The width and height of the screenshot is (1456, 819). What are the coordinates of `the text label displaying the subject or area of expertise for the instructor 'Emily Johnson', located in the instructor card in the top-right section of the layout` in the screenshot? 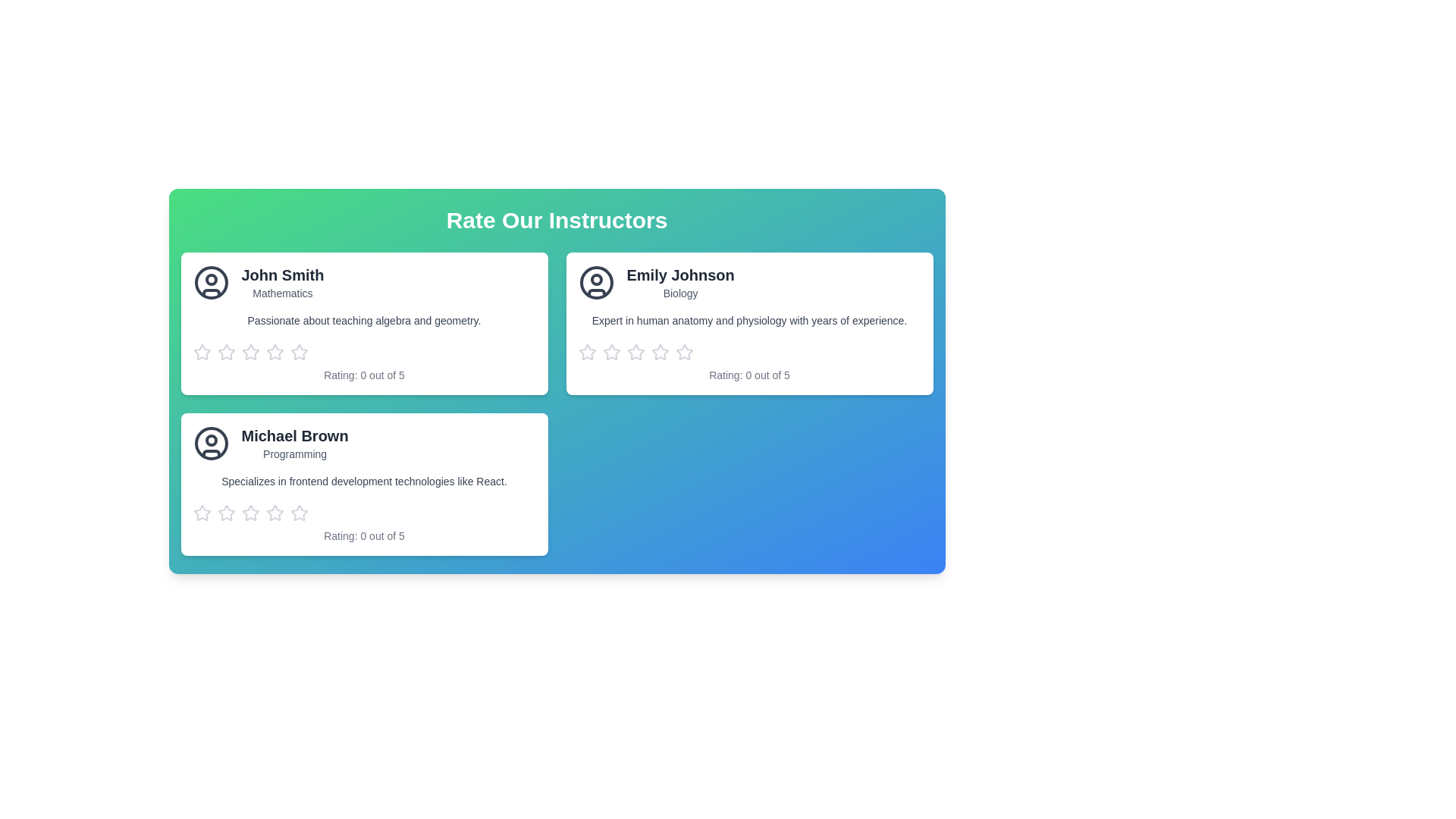 It's located at (679, 293).